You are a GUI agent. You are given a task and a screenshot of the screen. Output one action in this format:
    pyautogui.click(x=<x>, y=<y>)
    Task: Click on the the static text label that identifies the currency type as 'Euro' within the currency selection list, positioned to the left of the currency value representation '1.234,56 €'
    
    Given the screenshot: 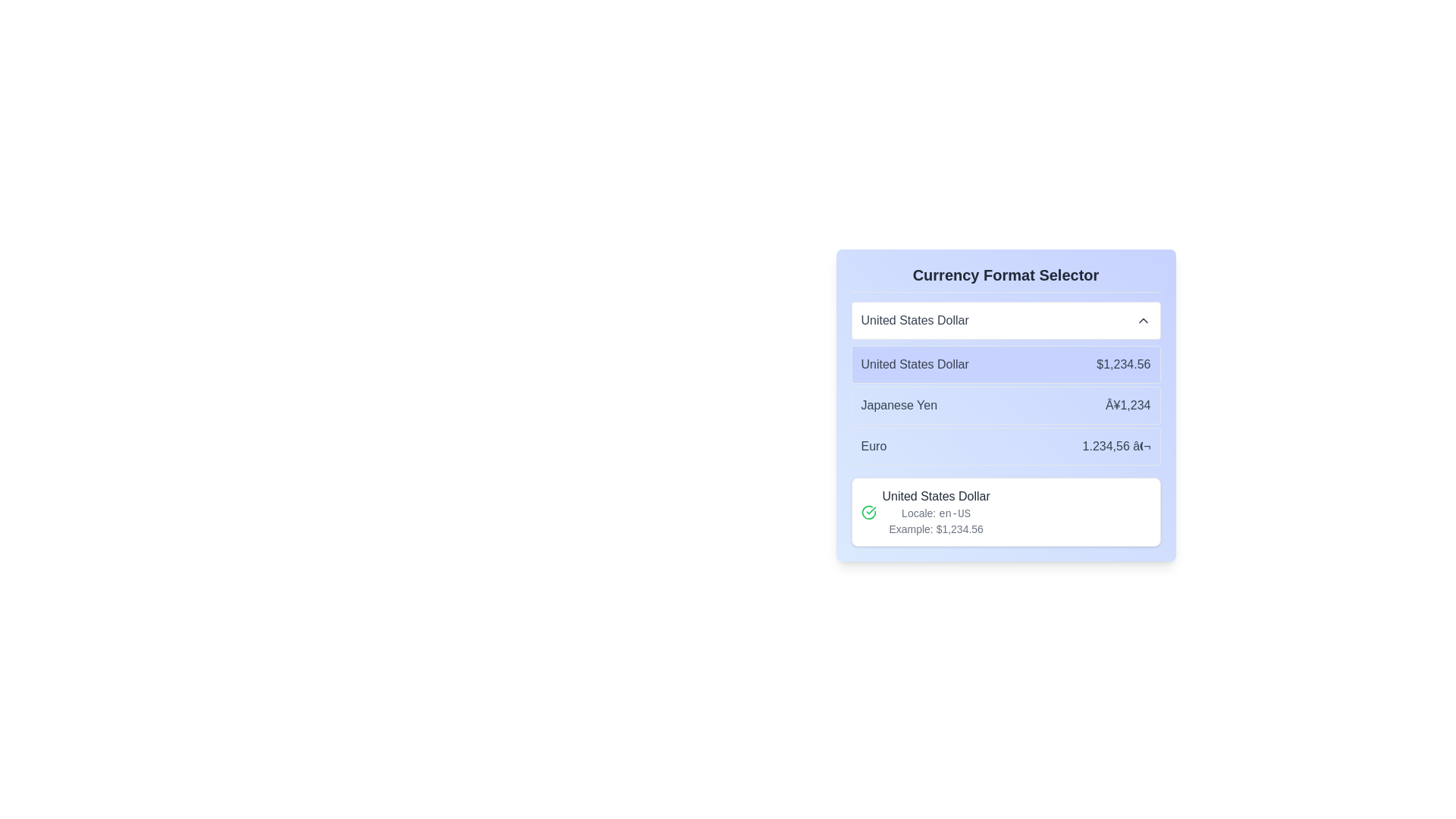 What is the action you would take?
    pyautogui.click(x=874, y=446)
    